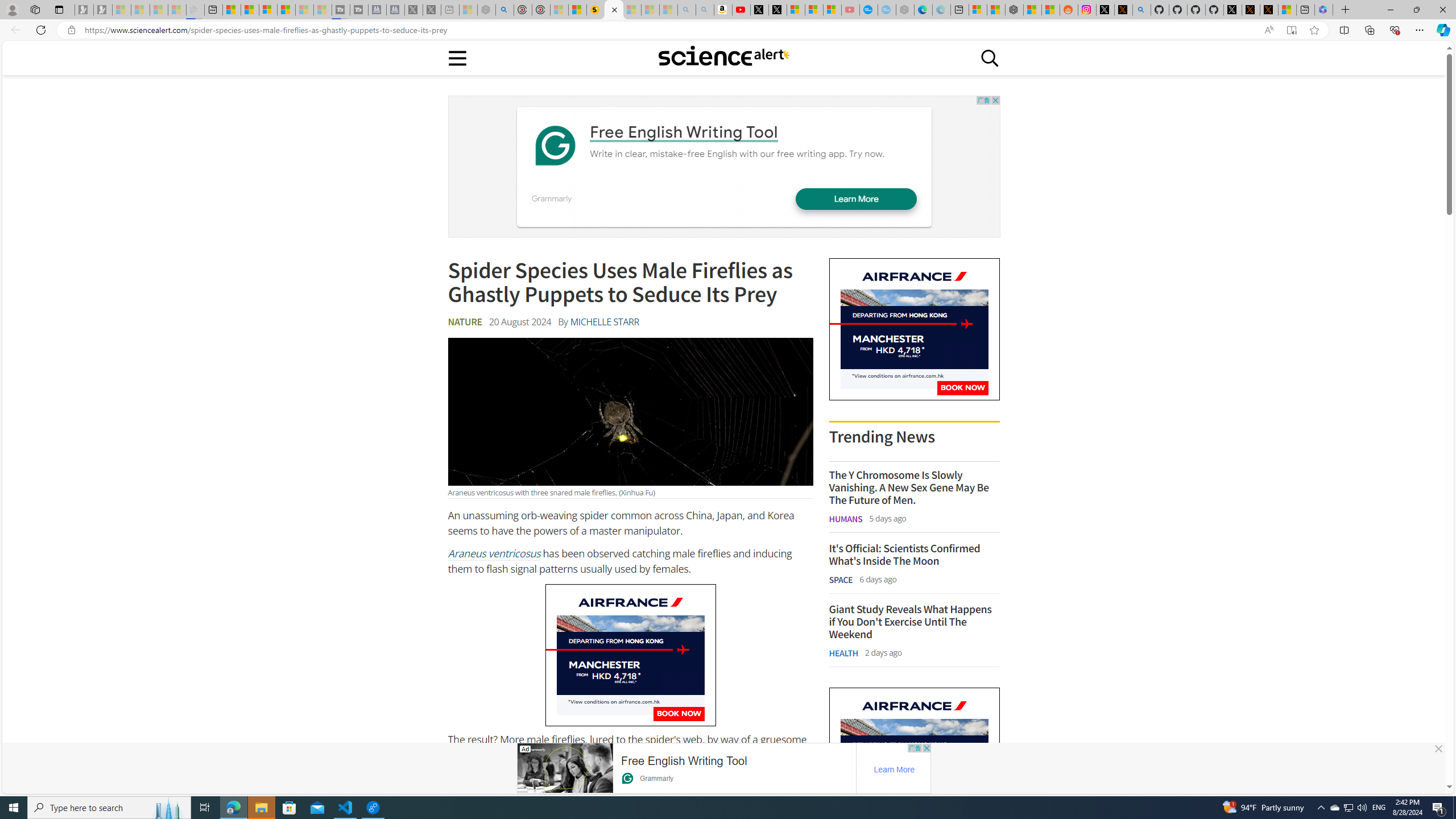 This screenshot has height=819, width=1456. I want to click on 'Overview', so click(268, 9).